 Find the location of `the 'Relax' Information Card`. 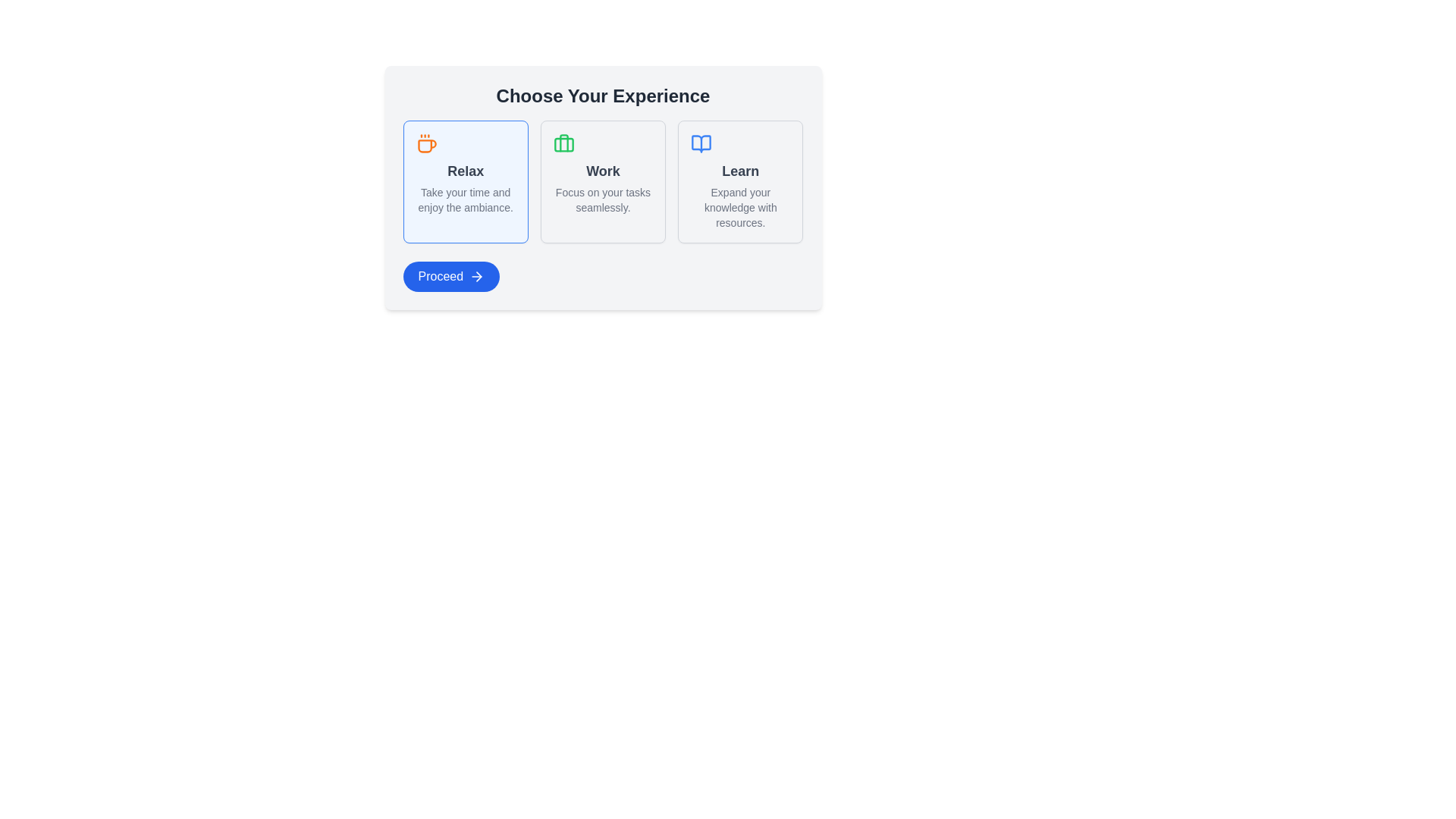

the 'Relax' Information Card is located at coordinates (465, 180).